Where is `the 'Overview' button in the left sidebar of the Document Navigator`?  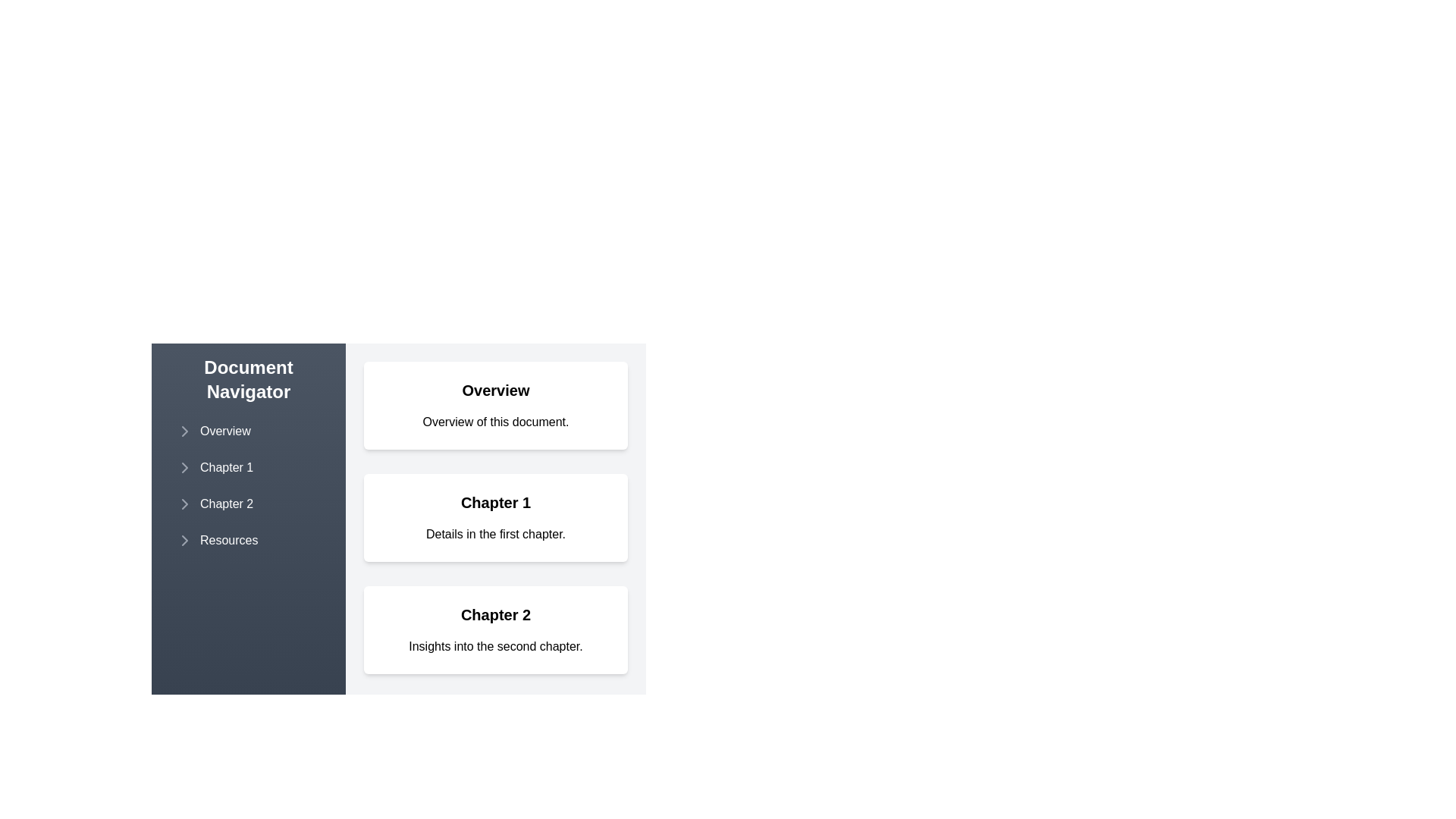 the 'Overview' button in the left sidebar of the Document Navigator is located at coordinates (248, 431).